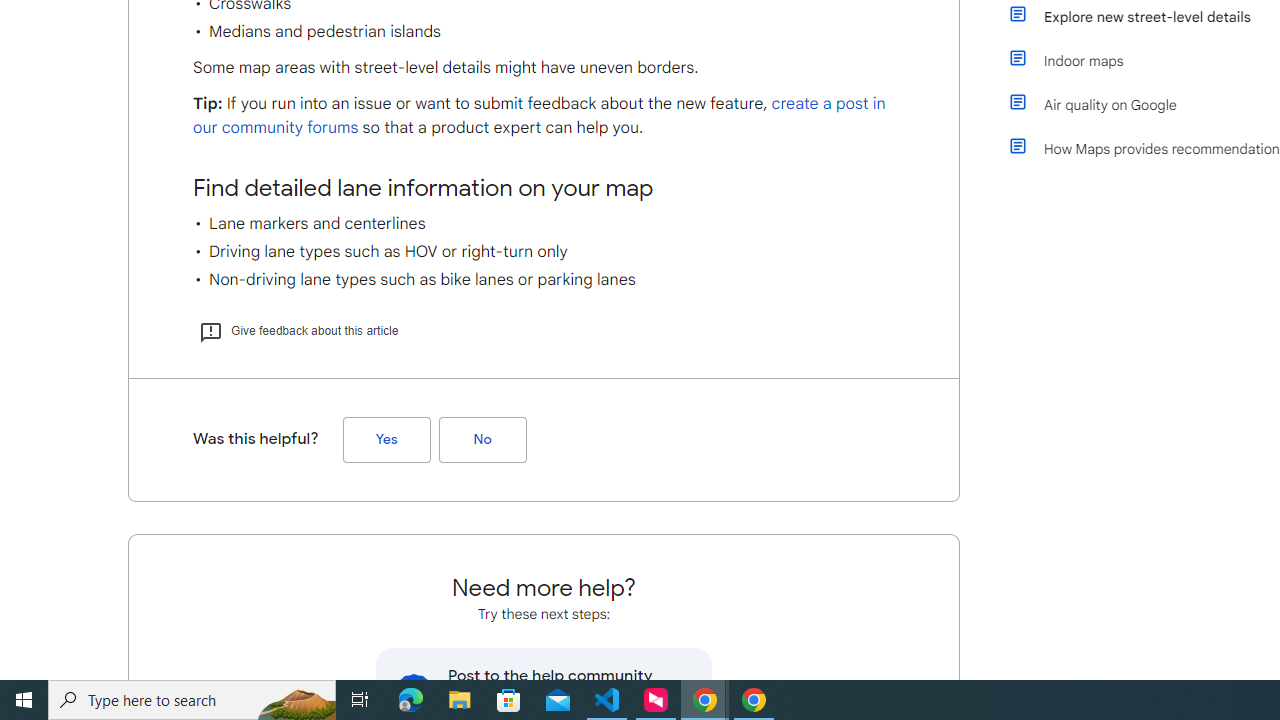  Describe the element at coordinates (297, 329) in the screenshot. I see `'Give feedback about this article'` at that location.